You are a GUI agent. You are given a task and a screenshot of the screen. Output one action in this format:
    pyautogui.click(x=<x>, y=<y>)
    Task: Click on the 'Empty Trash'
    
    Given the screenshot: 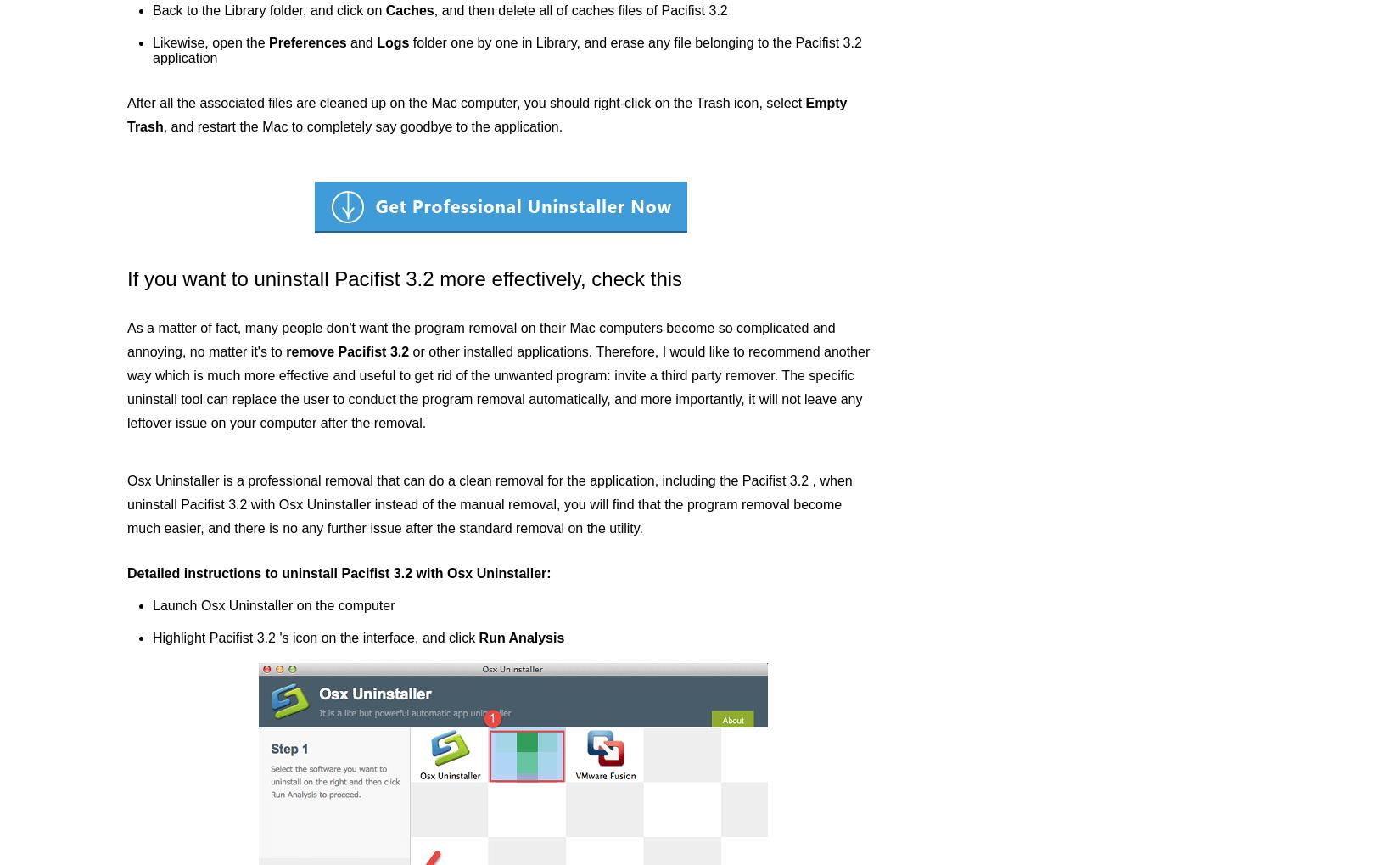 What is the action you would take?
    pyautogui.click(x=486, y=114)
    